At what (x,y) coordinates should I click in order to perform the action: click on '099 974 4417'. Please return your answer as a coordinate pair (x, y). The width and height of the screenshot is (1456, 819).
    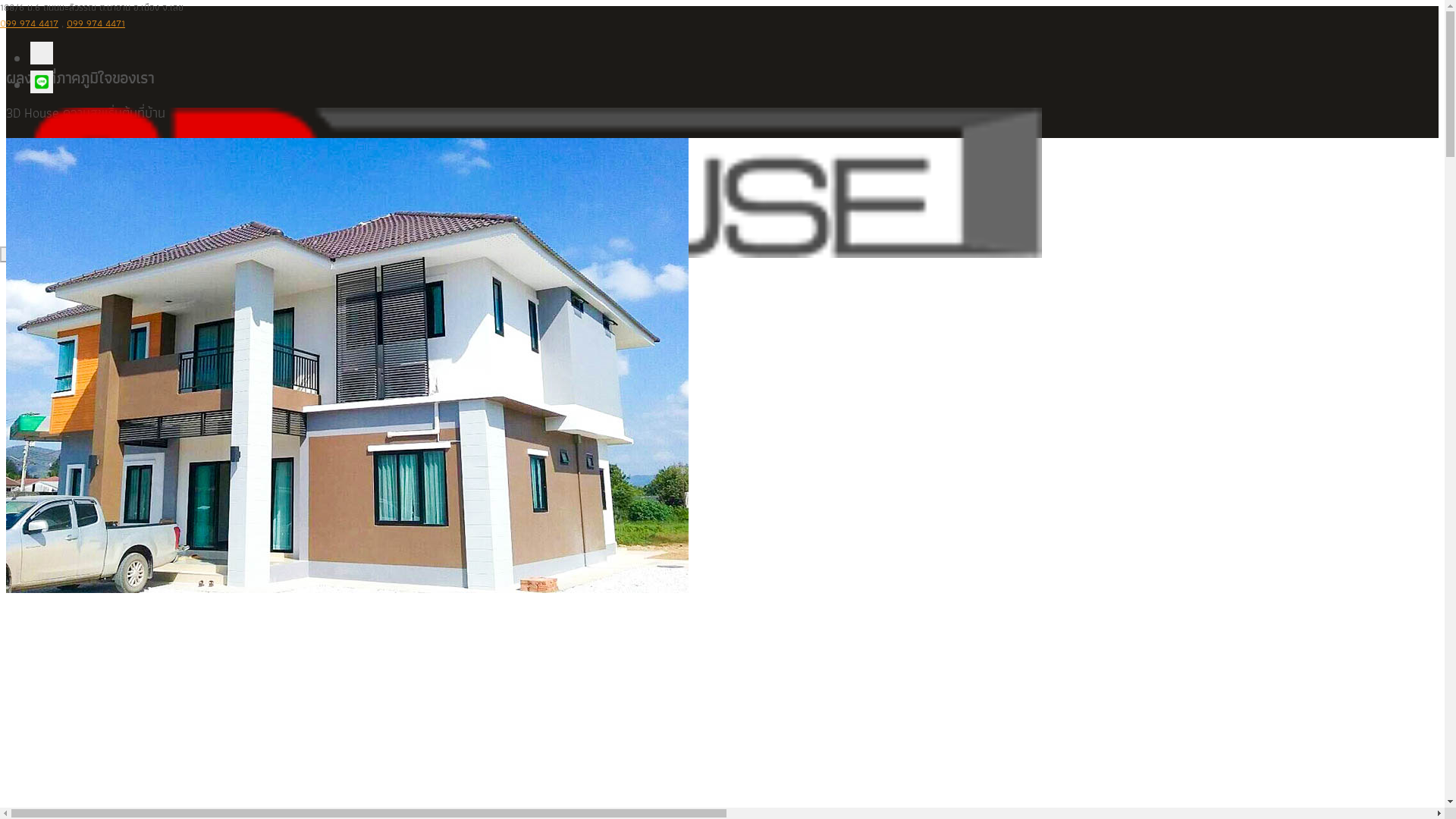
    Looking at the image, I should click on (29, 23).